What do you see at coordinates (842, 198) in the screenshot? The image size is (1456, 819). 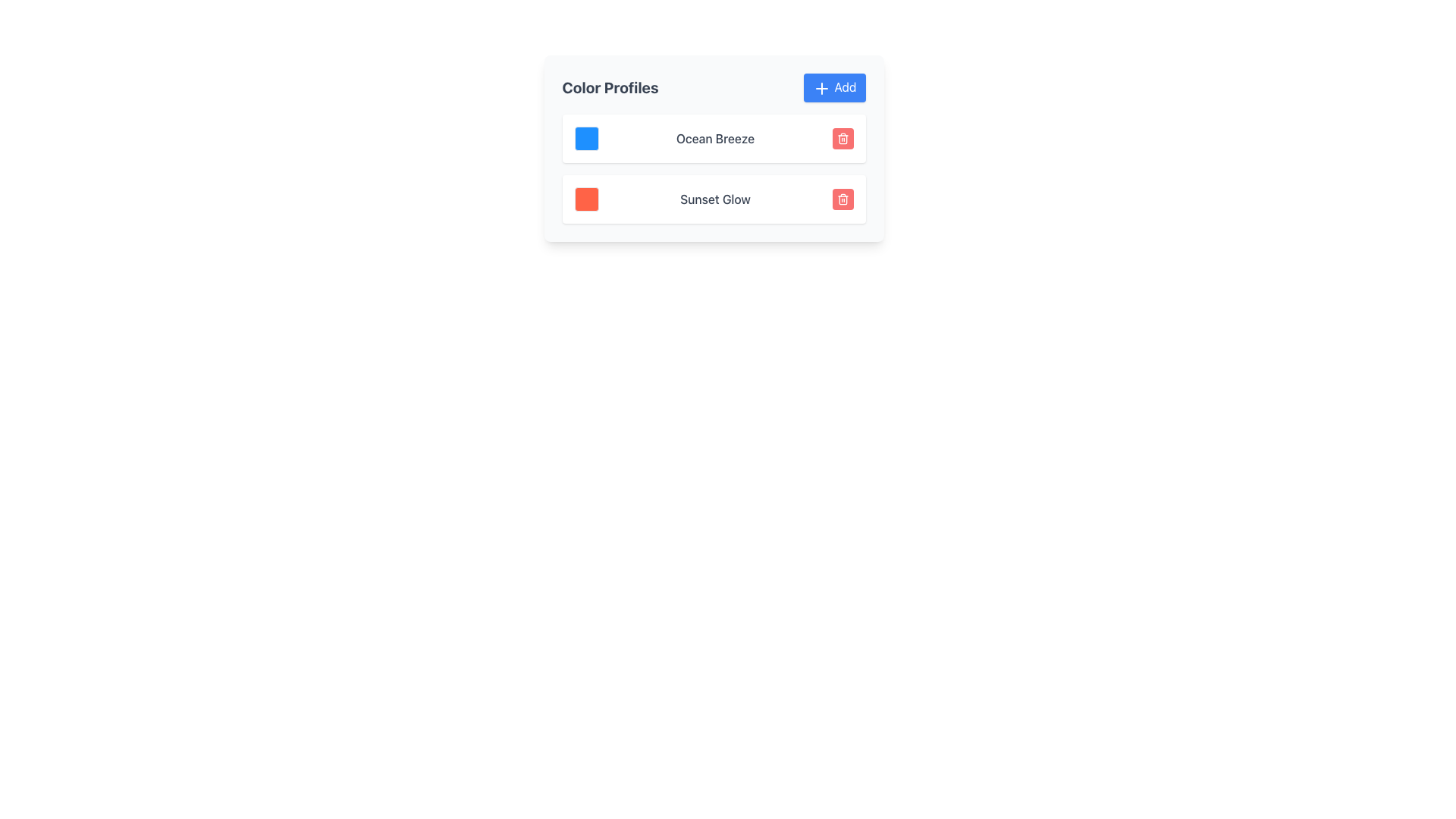 I see `the delete button associated with the 'Sunset Glow' color profile located to the right of its row in the list` at bounding box center [842, 198].